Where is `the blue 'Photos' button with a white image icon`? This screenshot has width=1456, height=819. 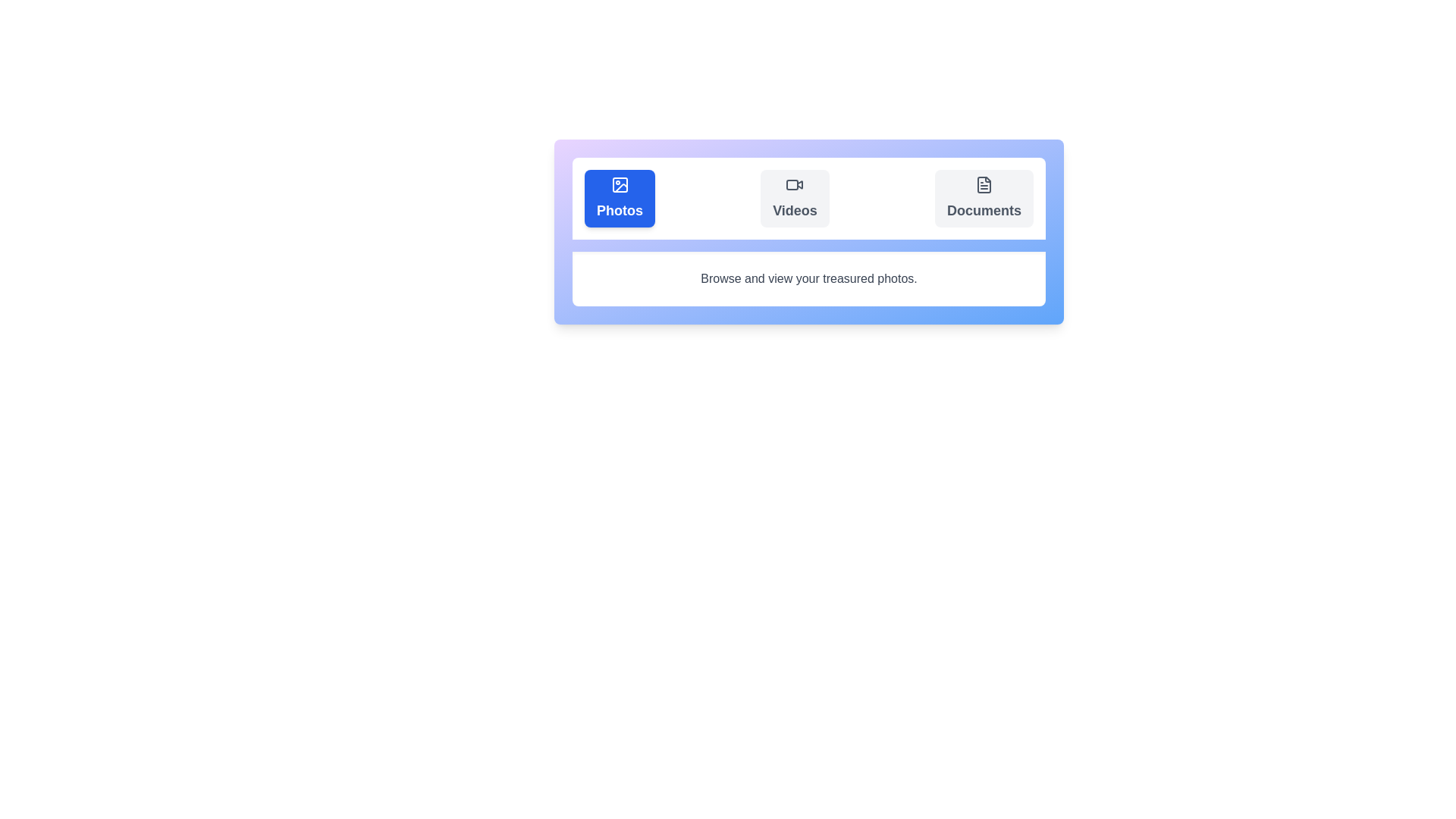
the blue 'Photos' button with a white image icon is located at coordinates (620, 198).